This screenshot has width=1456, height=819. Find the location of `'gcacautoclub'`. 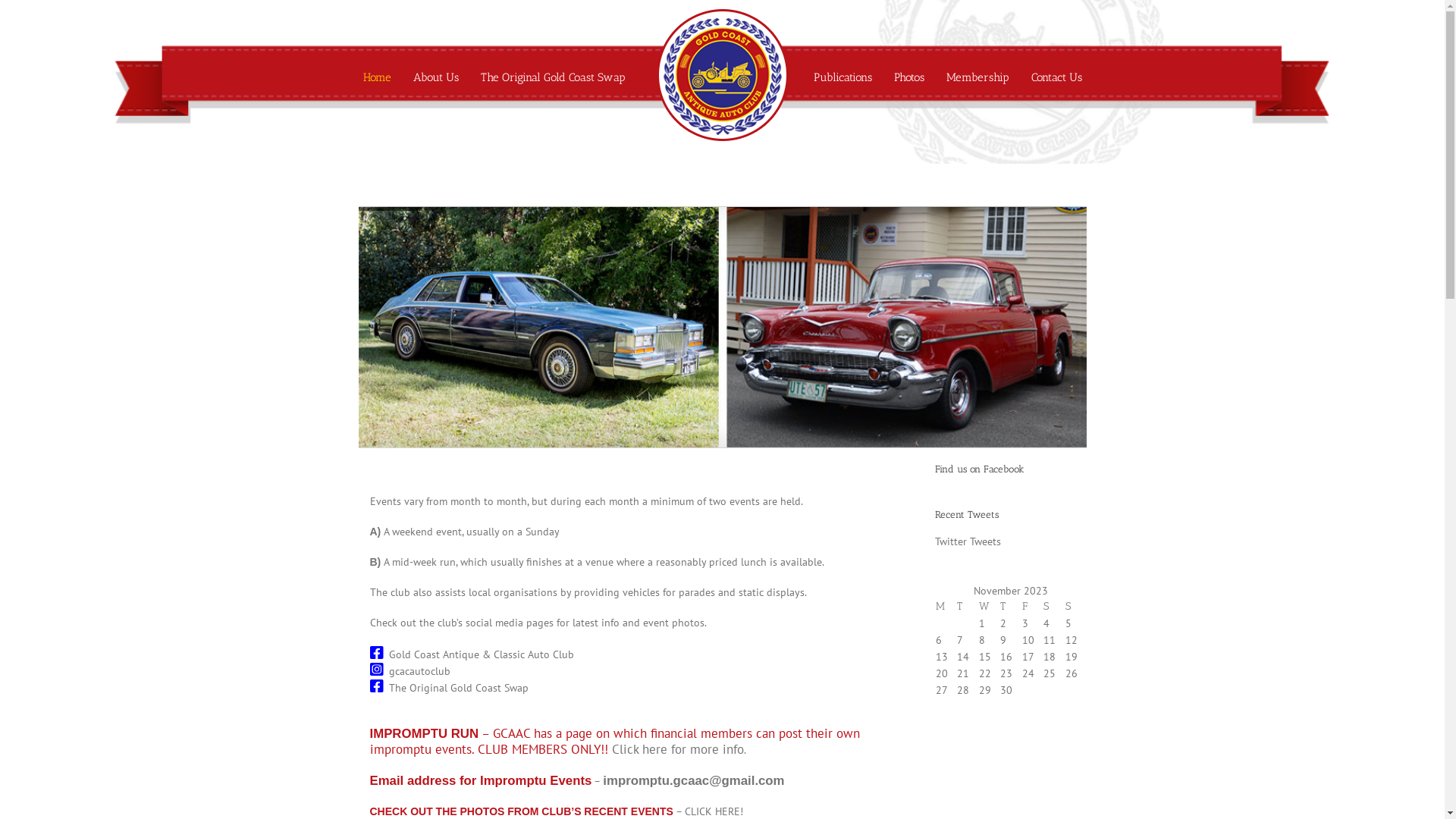

'gcacautoclub' is located at coordinates (419, 670).